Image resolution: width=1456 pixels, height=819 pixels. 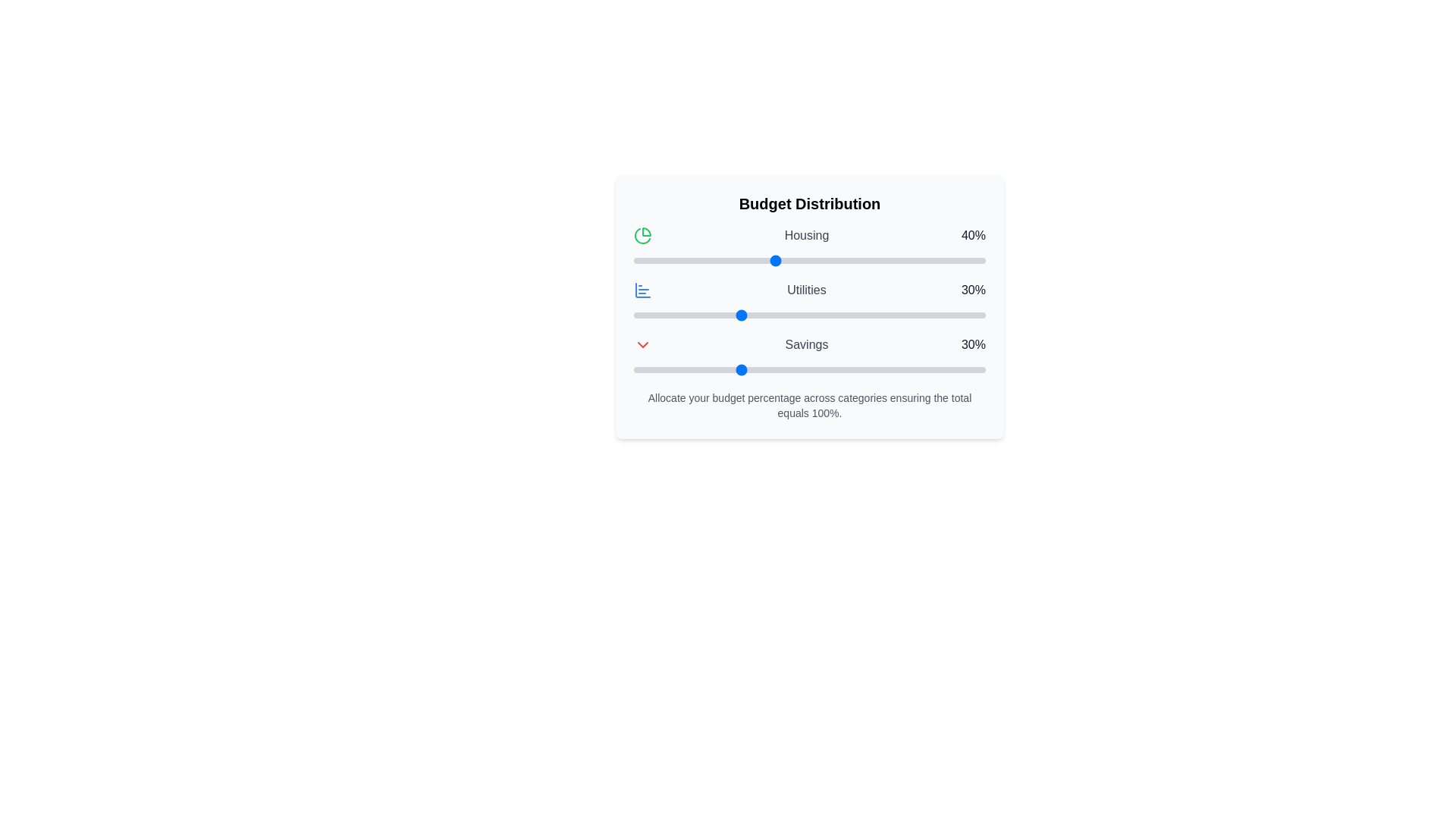 I want to click on the slider value, so click(x=837, y=315).